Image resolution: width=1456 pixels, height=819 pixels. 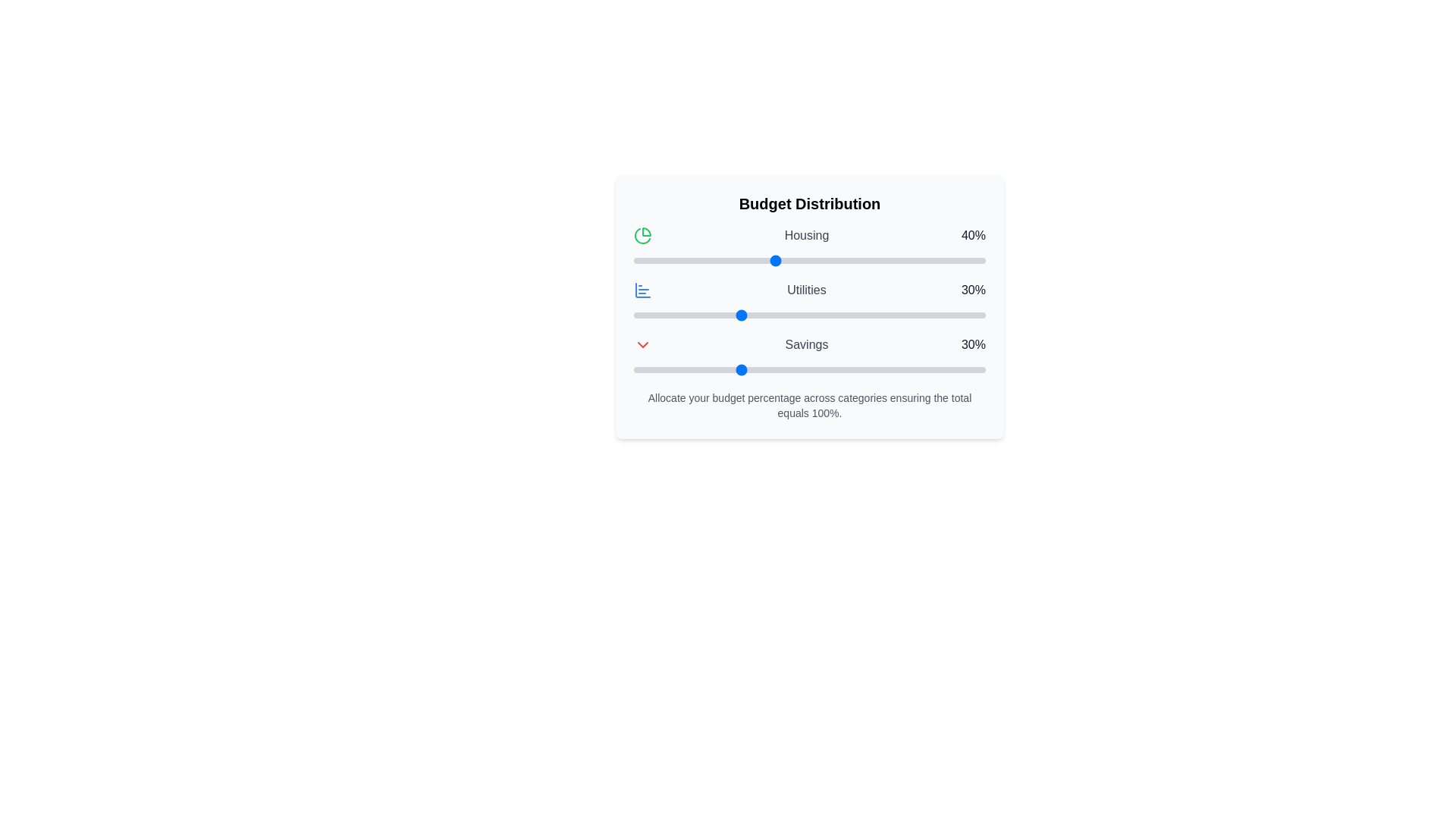 I want to click on the slider value, so click(x=837, y=315).